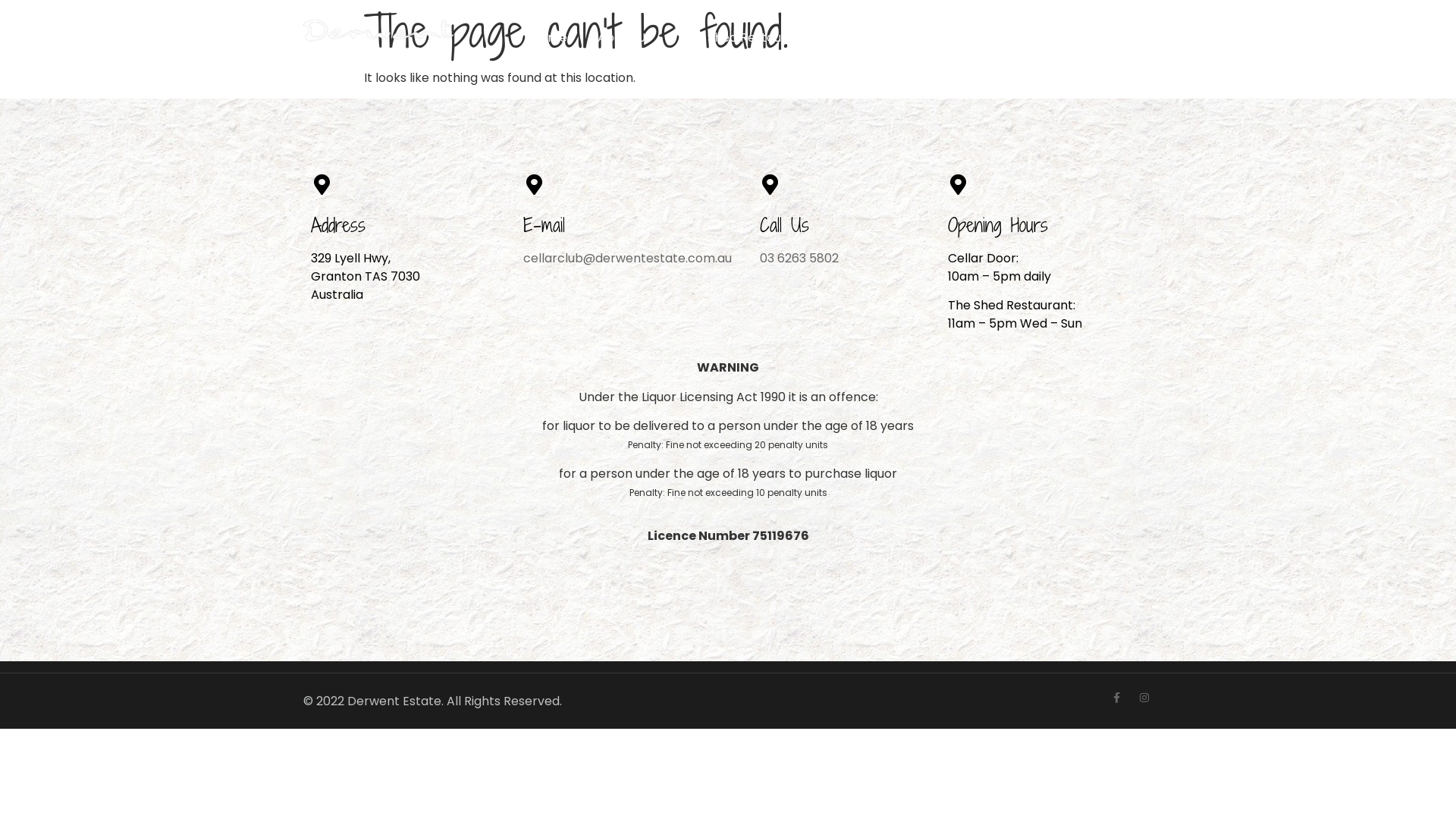 This screenshot has width=1456, height=819. Describe the element at coordinates (1076, 37) in the screenshot. I see `'Cart'` at that location.